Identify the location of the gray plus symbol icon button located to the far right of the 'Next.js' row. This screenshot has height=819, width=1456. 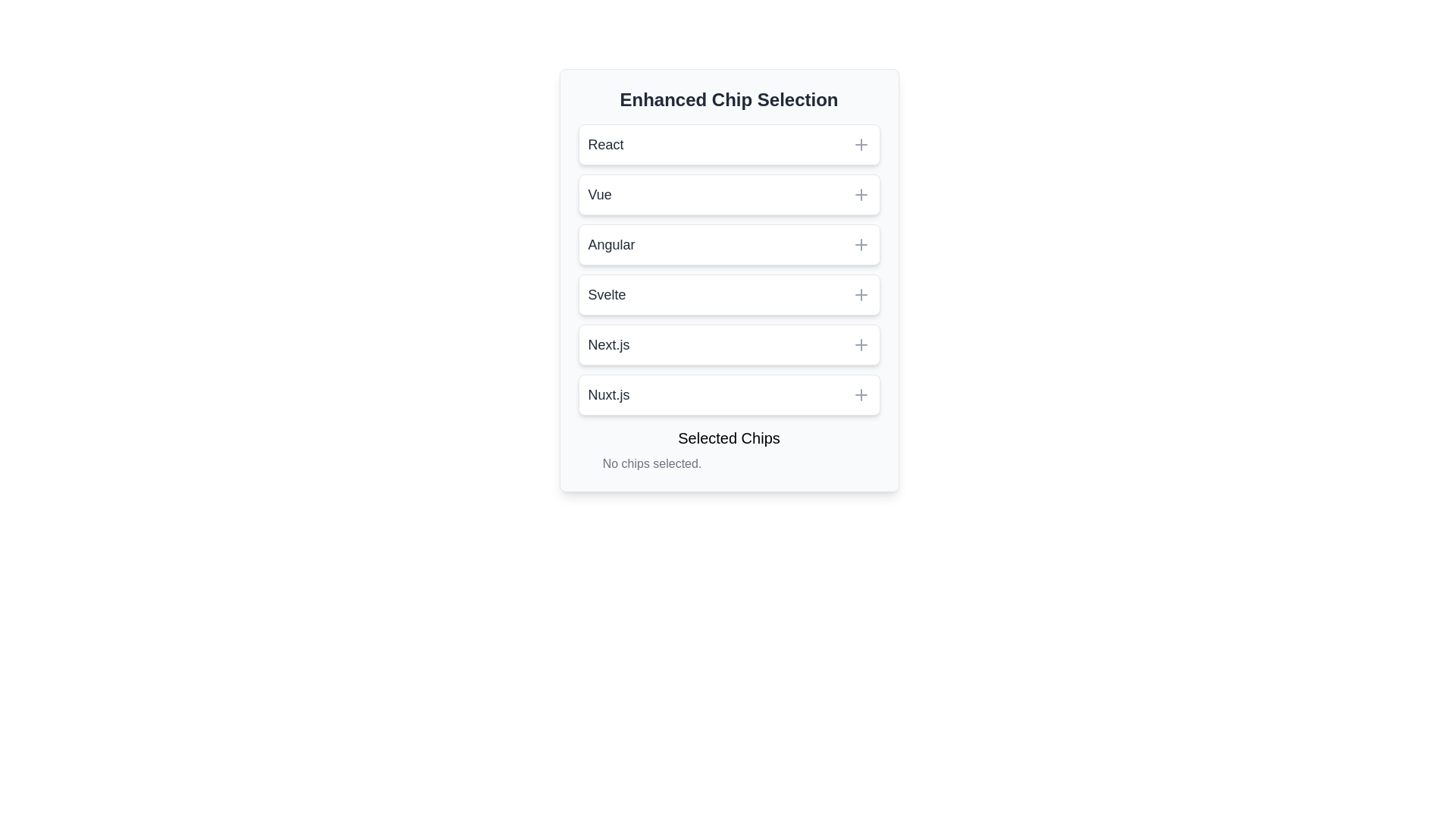
(861, 345).